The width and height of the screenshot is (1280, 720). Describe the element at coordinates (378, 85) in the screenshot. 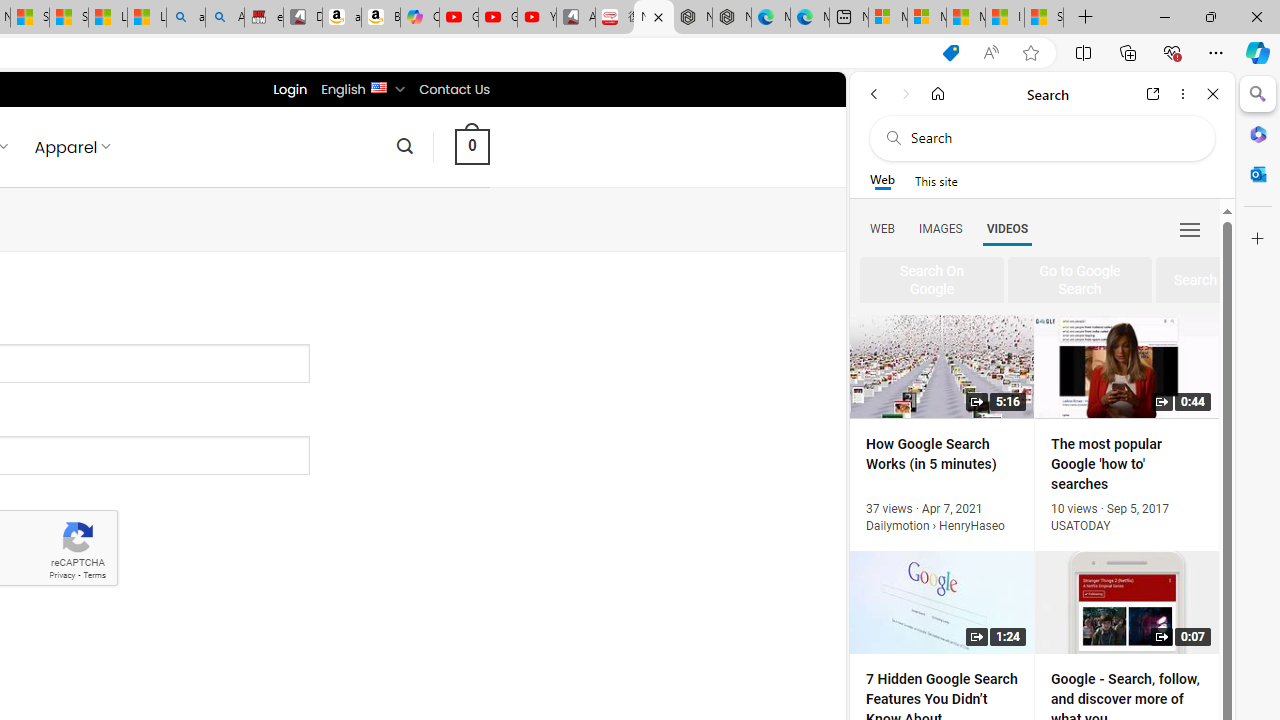

I see `'English'` at that location.